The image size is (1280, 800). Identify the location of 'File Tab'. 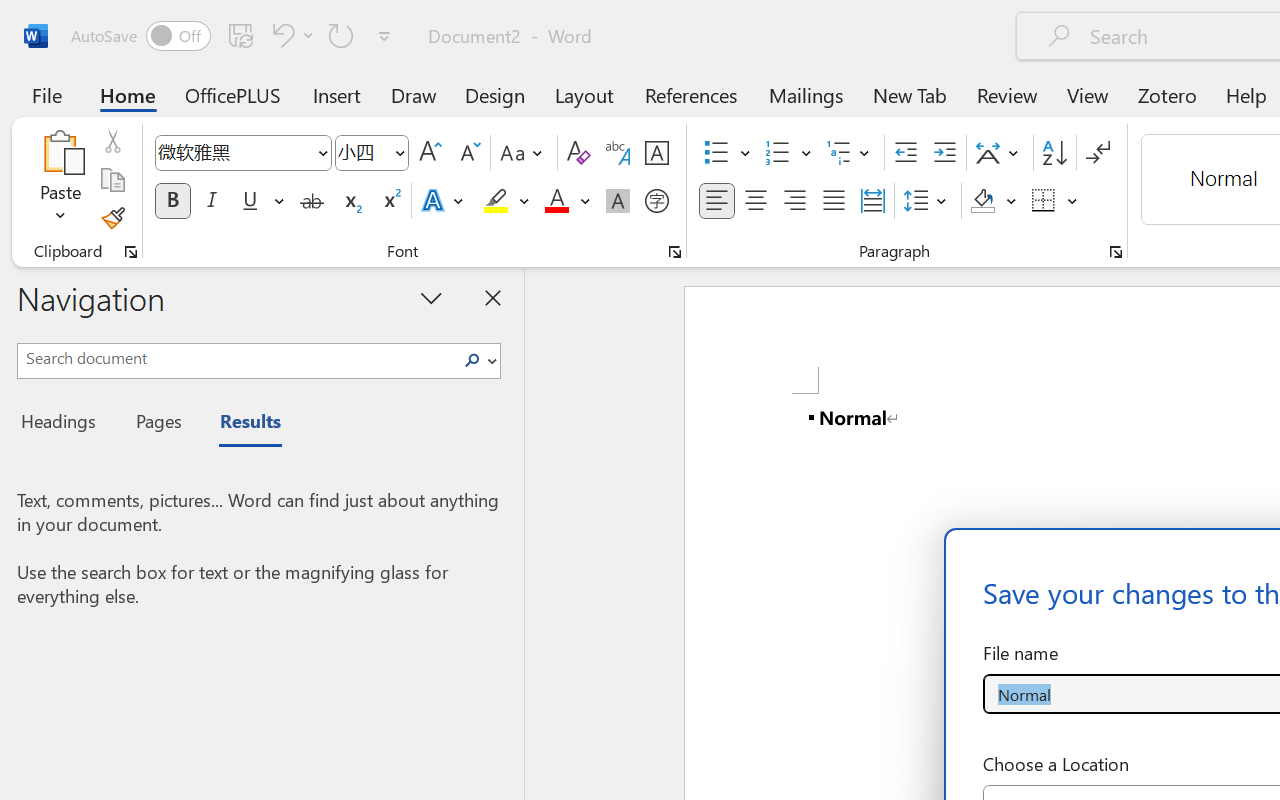
(46, 94).